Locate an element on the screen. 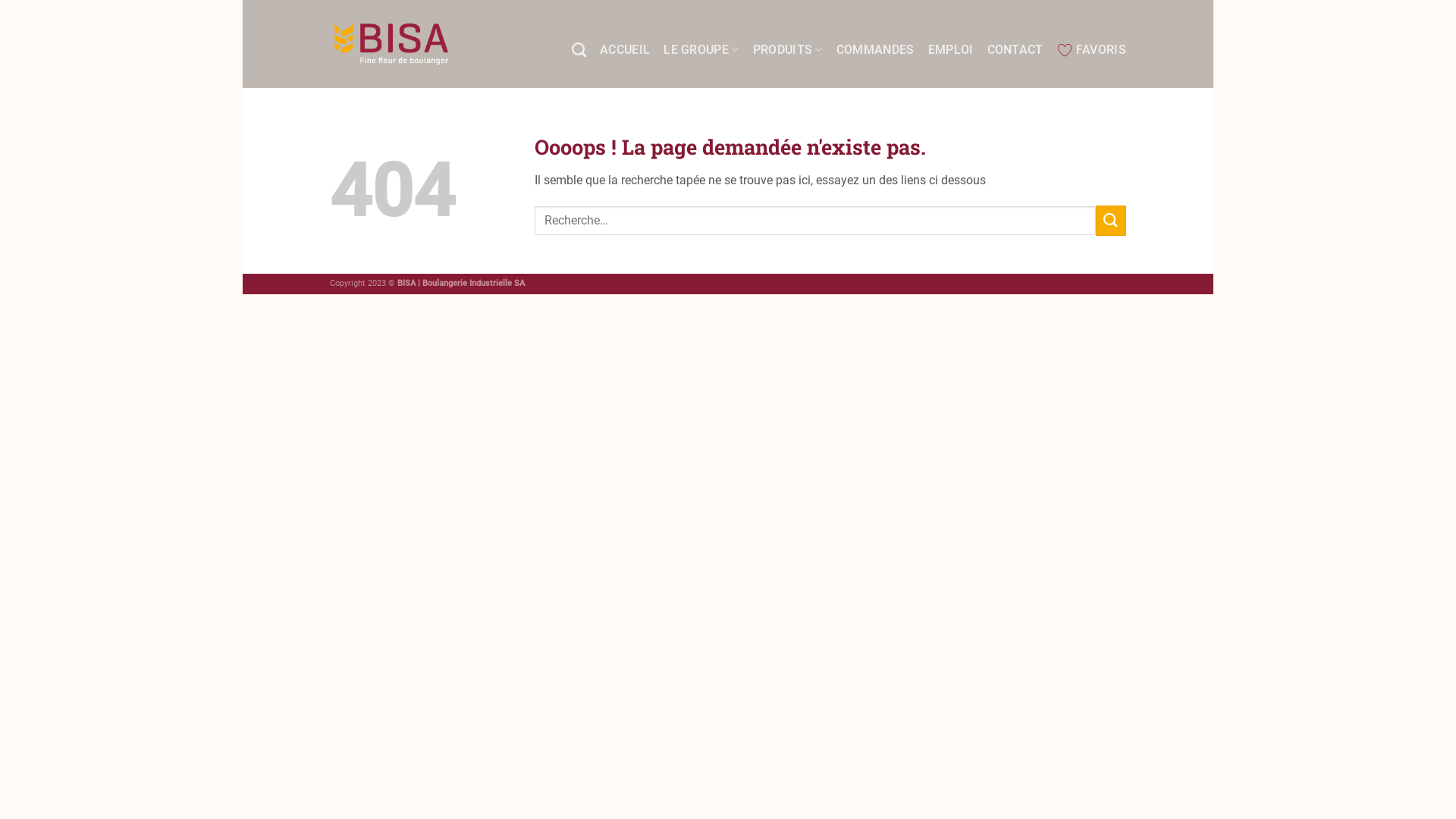 The height and width of the screenshot is (819, 1456). 'BISA | Boulangerie Industrielle SA - Fine fleur de boulanger' is located at coordinates (391, 42).